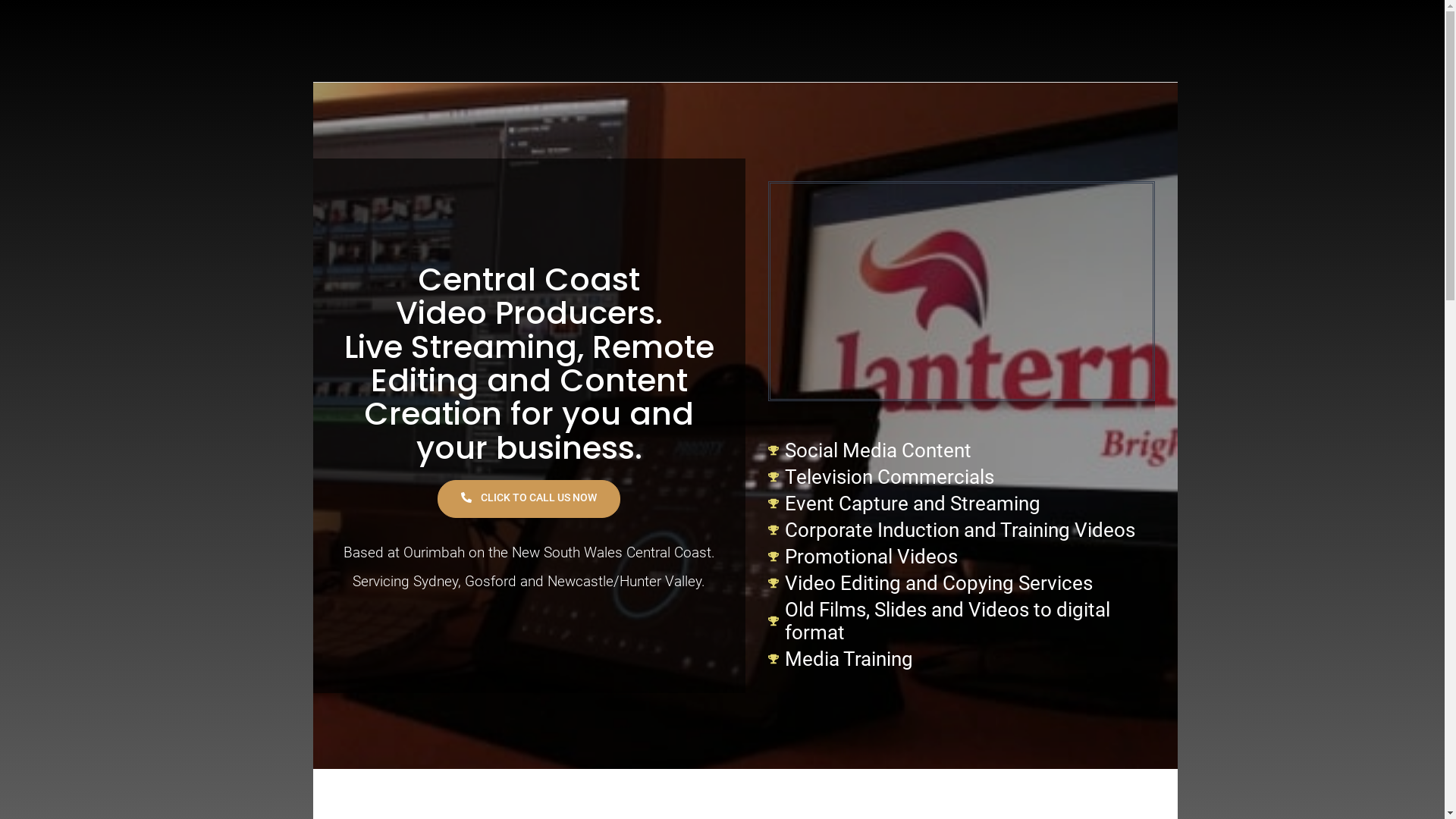 The width and height of the screenshot is (1456, 819). What do you see at coordinates (436, 498) in the screenshot?
I see `'CLICK TO CALL US NOW'` at bounding box center [436, 498].